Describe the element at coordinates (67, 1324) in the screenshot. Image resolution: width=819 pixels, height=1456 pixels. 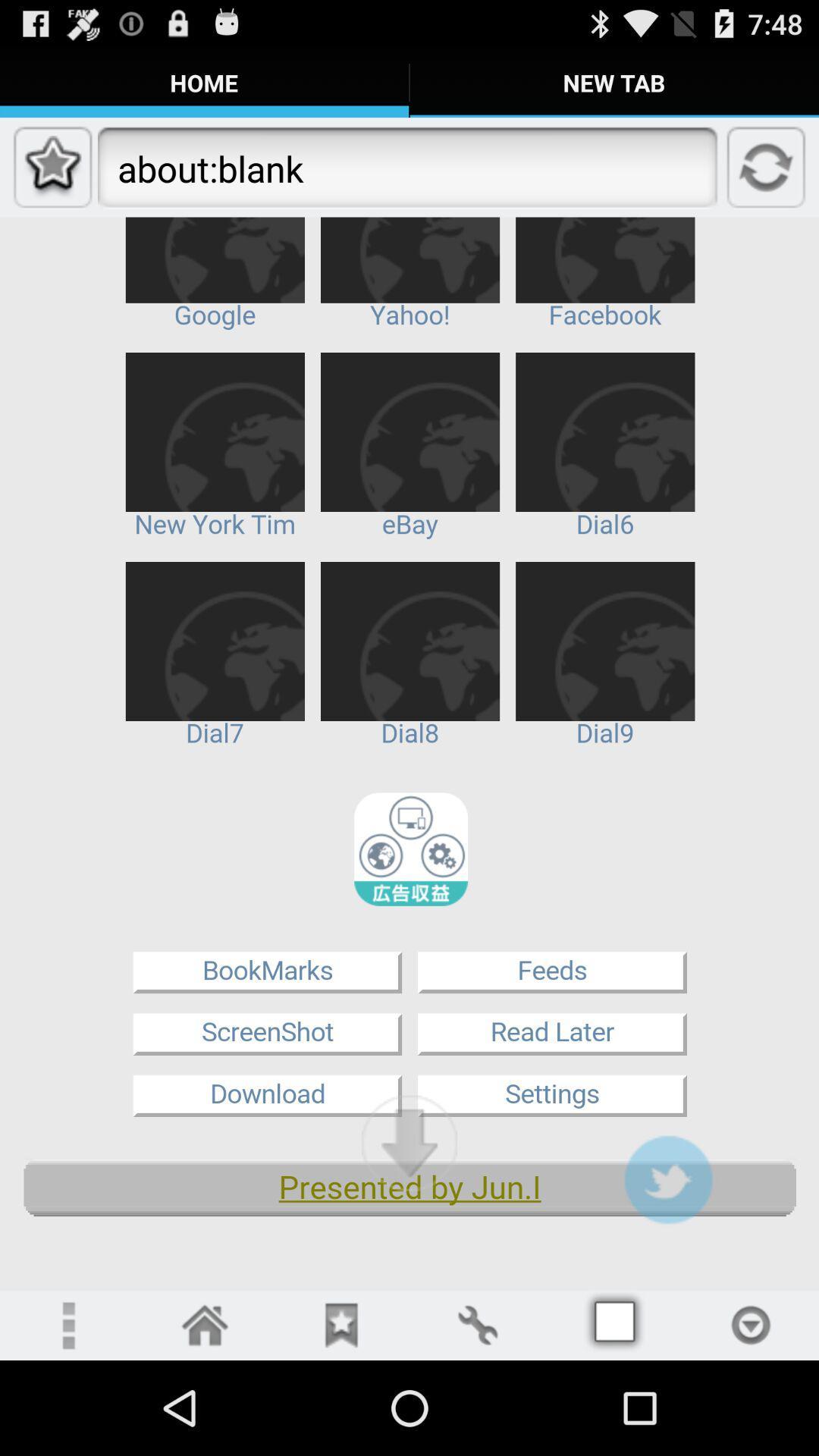
I see `menu with additional options` at that location.